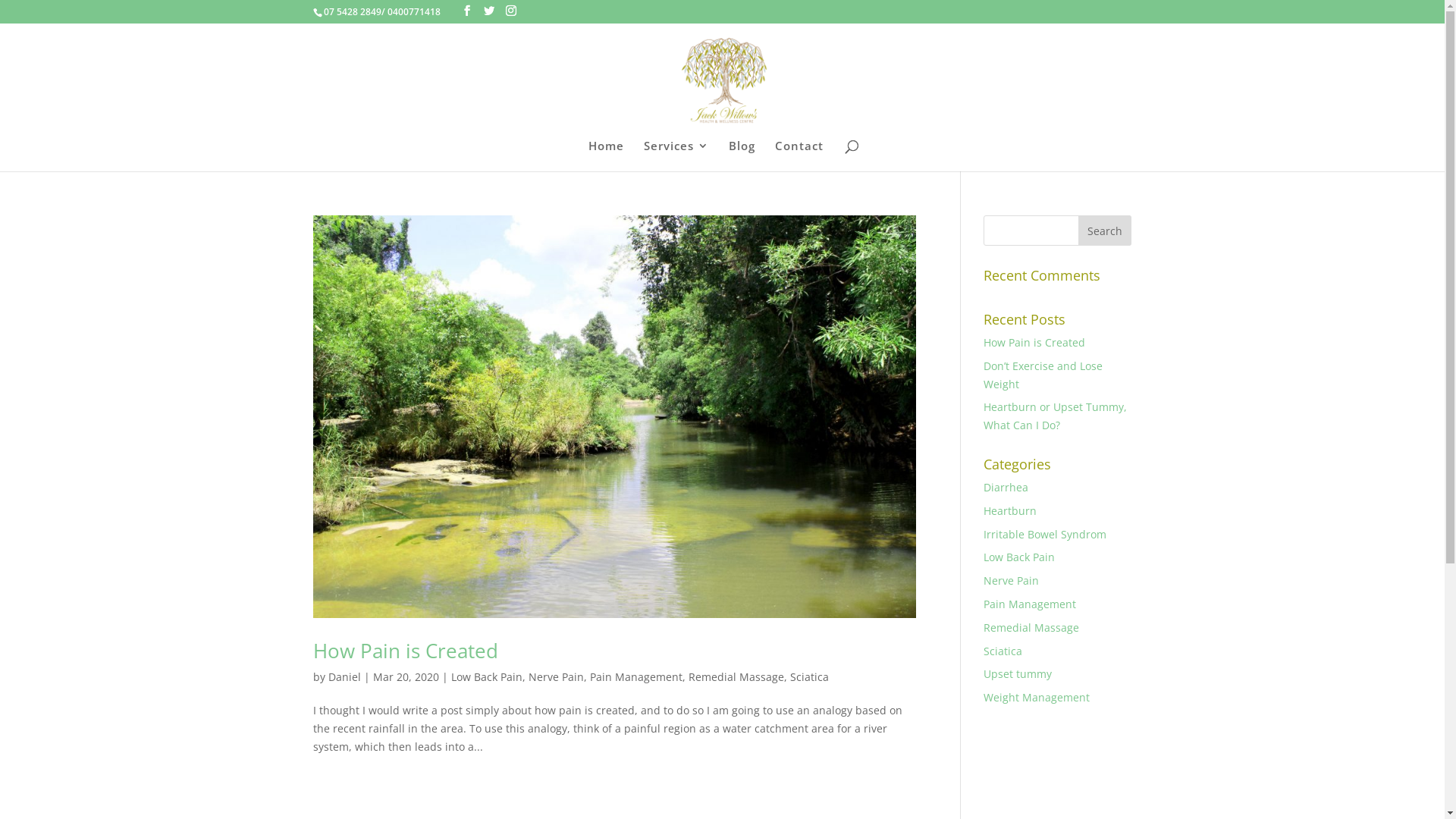 The width and height of the screenshot is (1456, 819). What do you see at coordinates (983, 533) in the screenshot?
I see `'Irritable Bowel Syndrom'` at bounding box center [983, 533].